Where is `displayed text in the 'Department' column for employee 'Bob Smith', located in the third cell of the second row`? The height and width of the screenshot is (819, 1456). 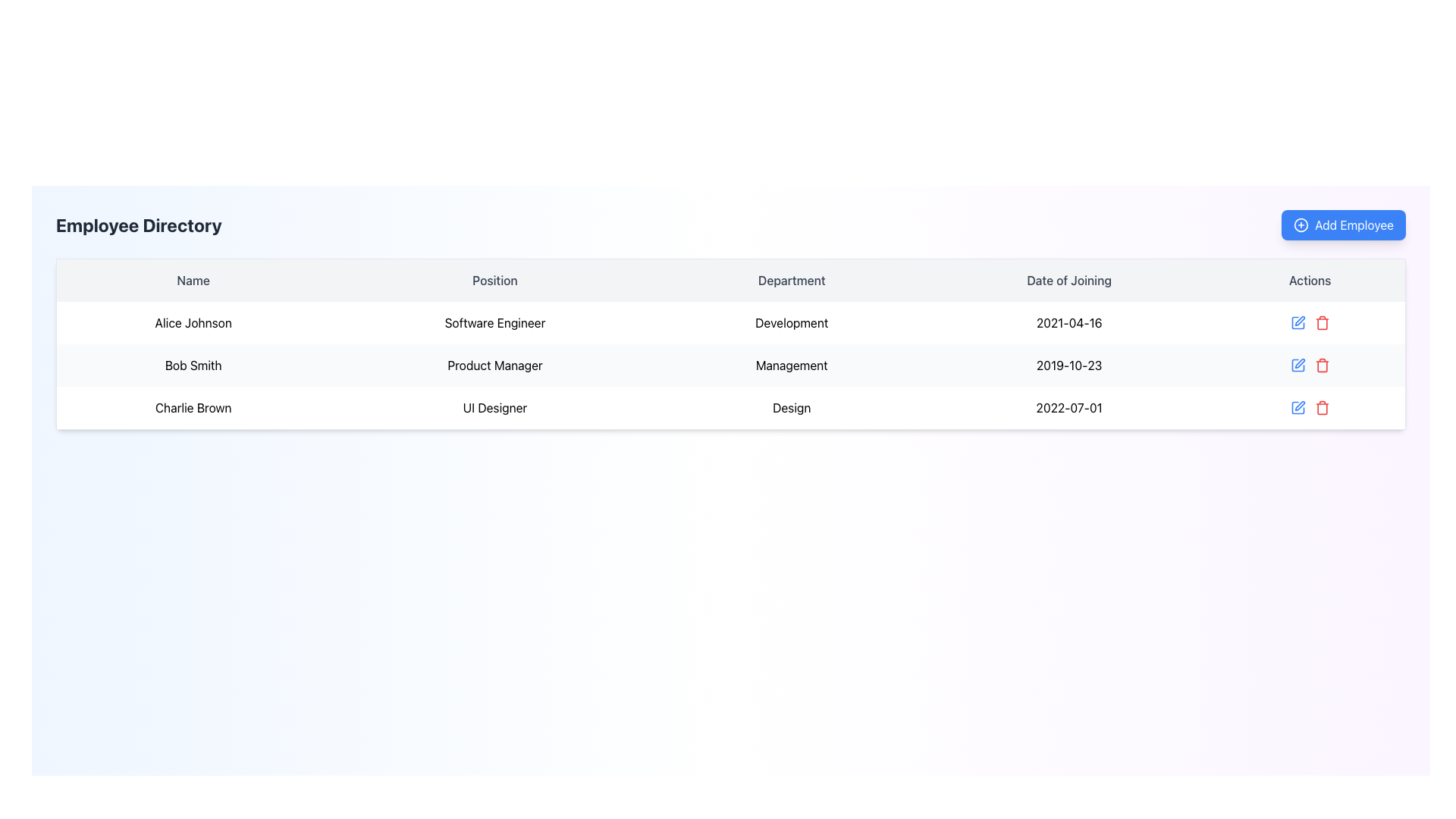 displayed text in the 'Department' column for employee 'Bob Smith', located in the third cell of the second row is located at coordinates (791, 366).